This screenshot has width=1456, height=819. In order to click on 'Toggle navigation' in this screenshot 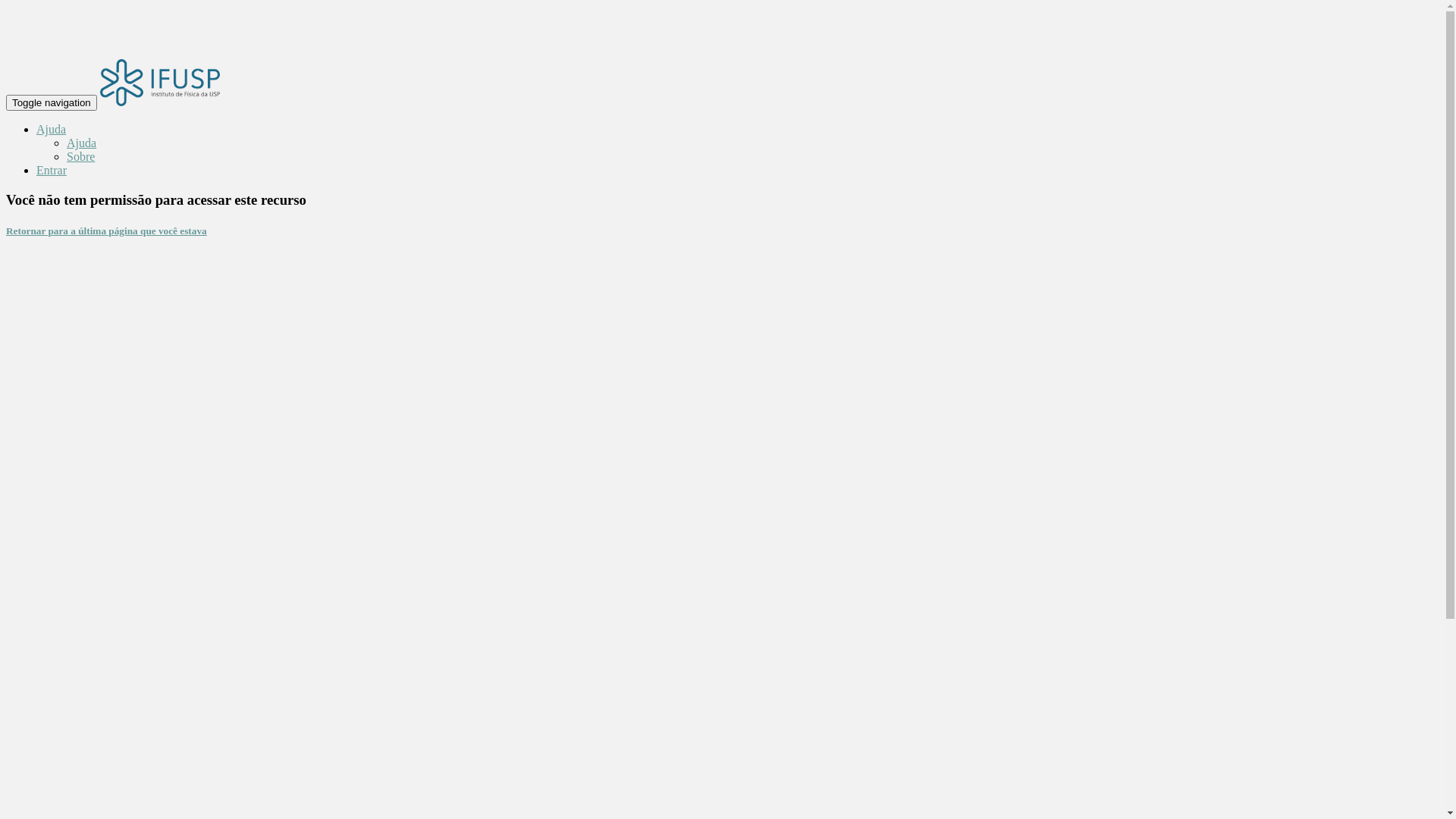, I will do `click(51, 102)`.